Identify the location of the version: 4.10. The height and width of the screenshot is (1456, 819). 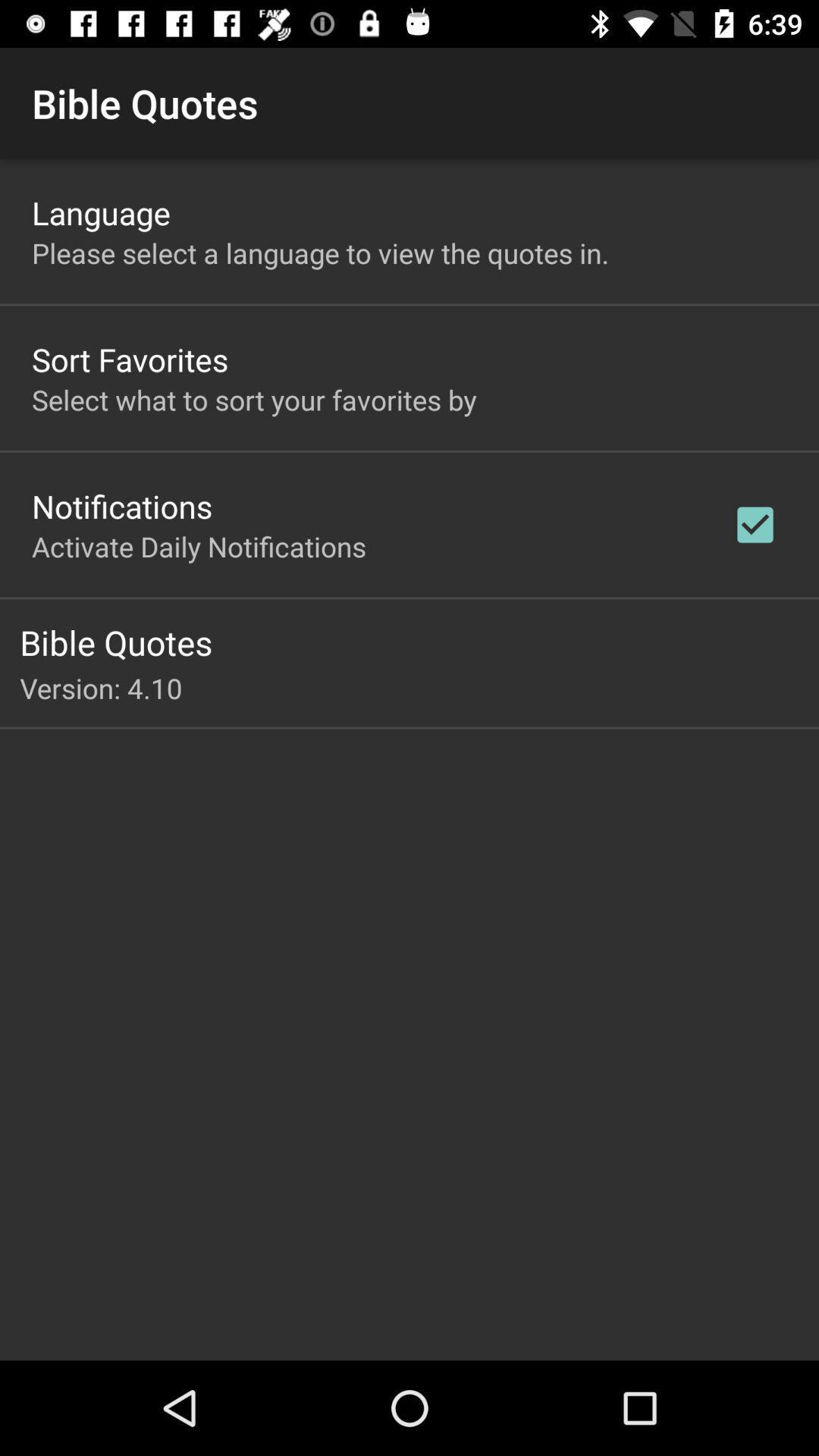
(419, 687).